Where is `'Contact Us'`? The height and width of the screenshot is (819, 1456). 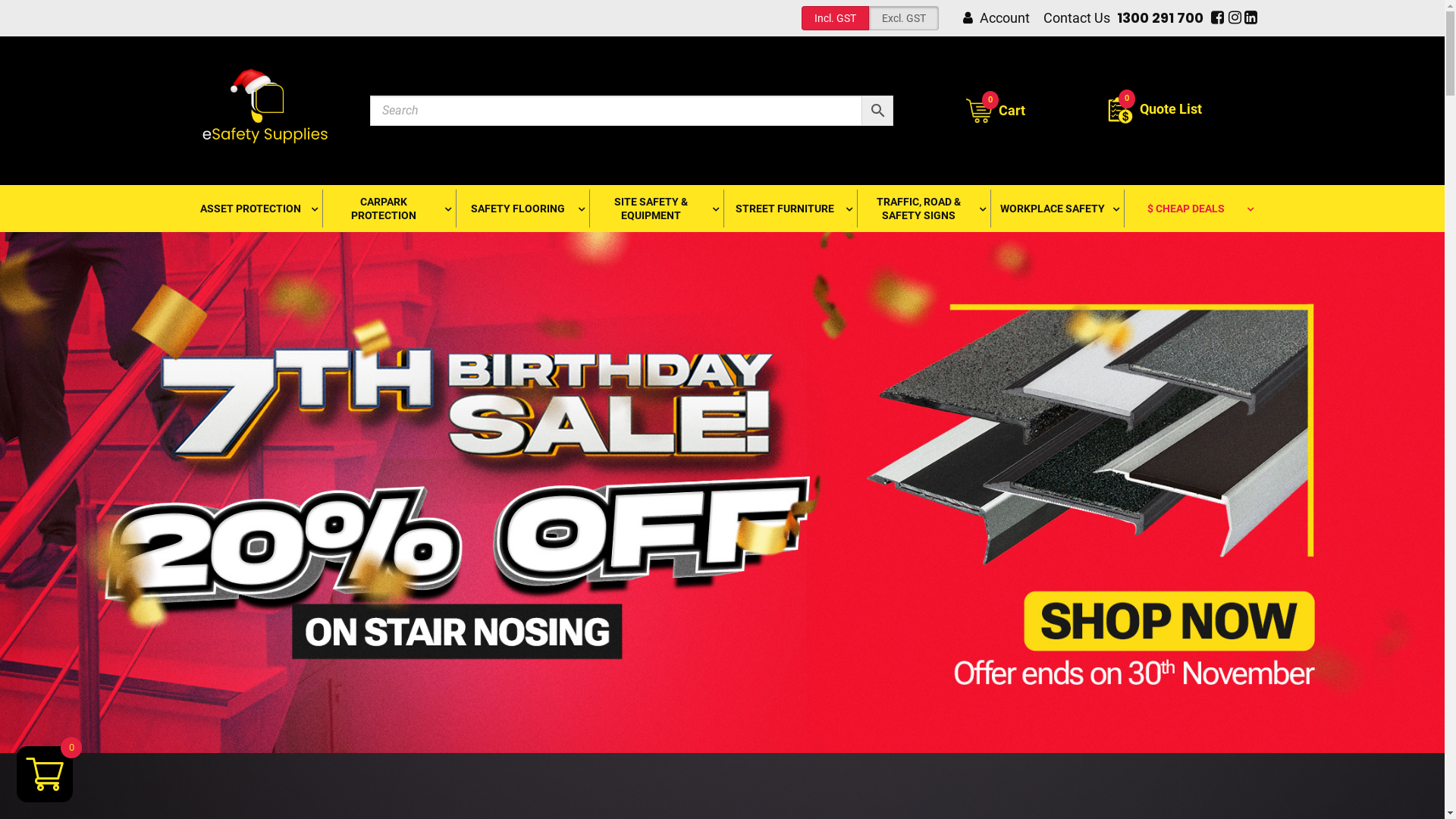
'Contact Us' is located at coordinates (1076, 17).